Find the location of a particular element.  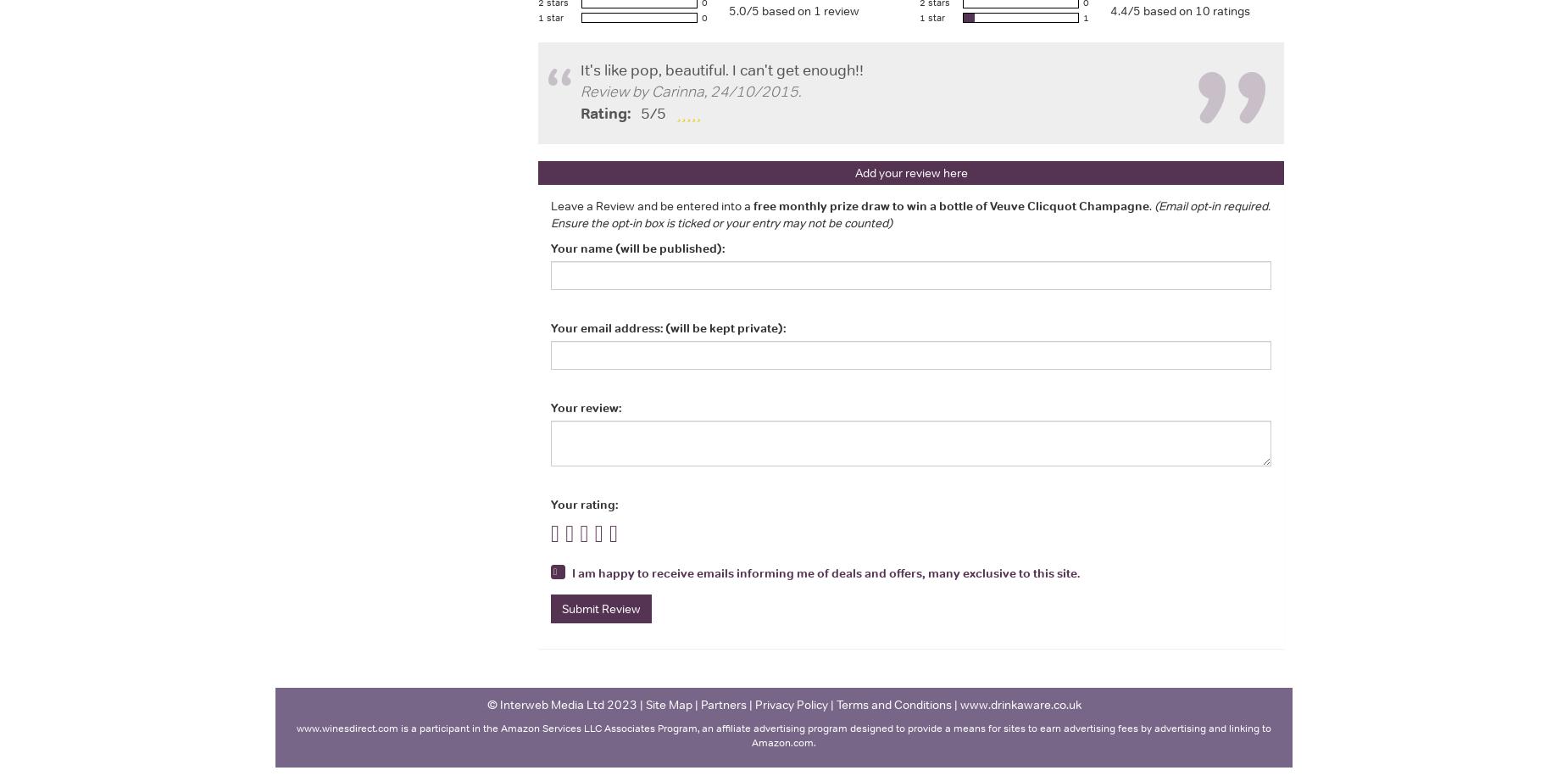

'5.0/5 based on 1 review' is located at coordinates (729, 9).